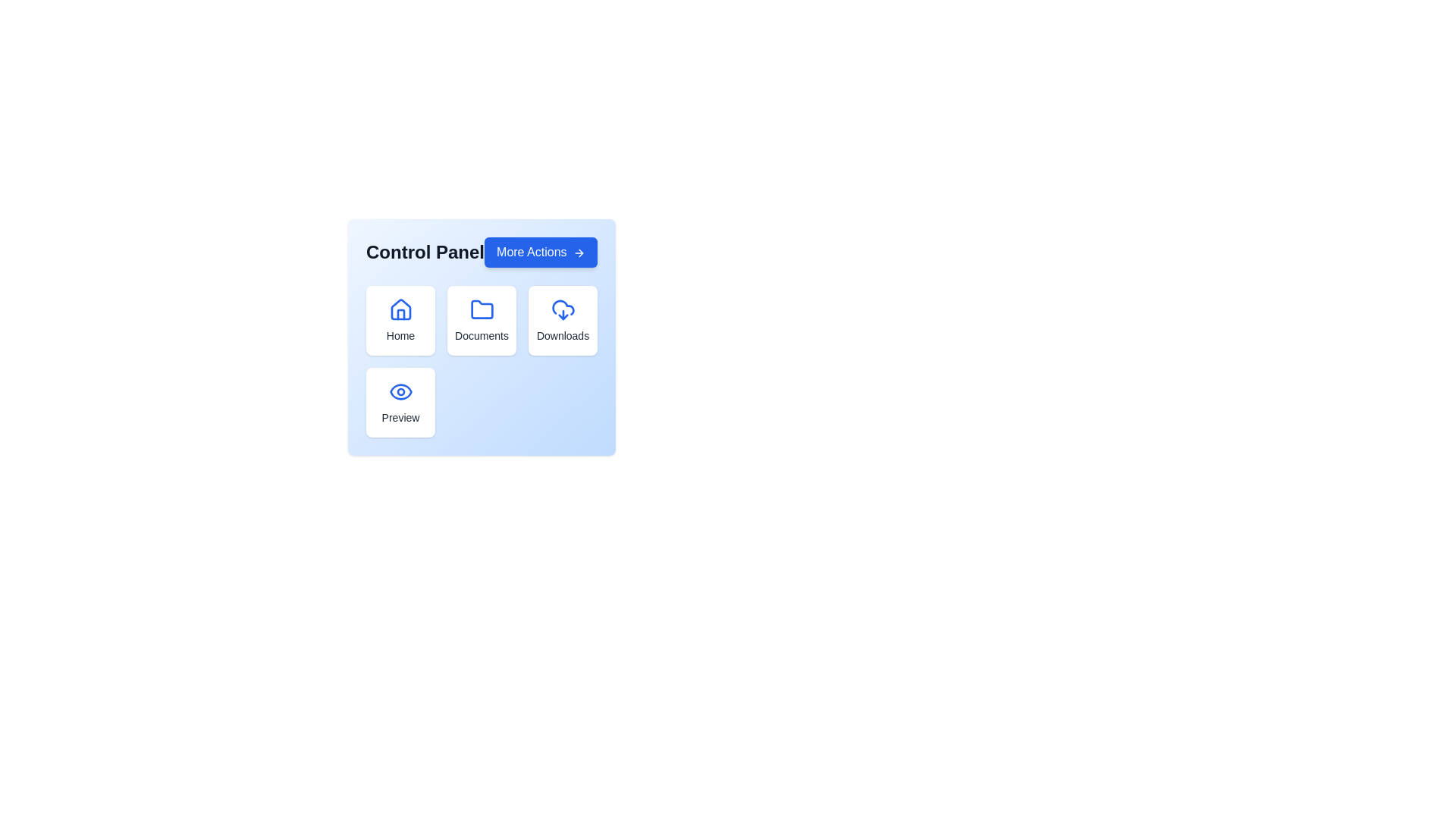 Image resolution: width=1456 pixels, height=819 pixels. What do you see at coordinates (481, 309) in the screenshot?
I see `the folder icon representing the 'Documents' section` at bounding box center [481, 309].